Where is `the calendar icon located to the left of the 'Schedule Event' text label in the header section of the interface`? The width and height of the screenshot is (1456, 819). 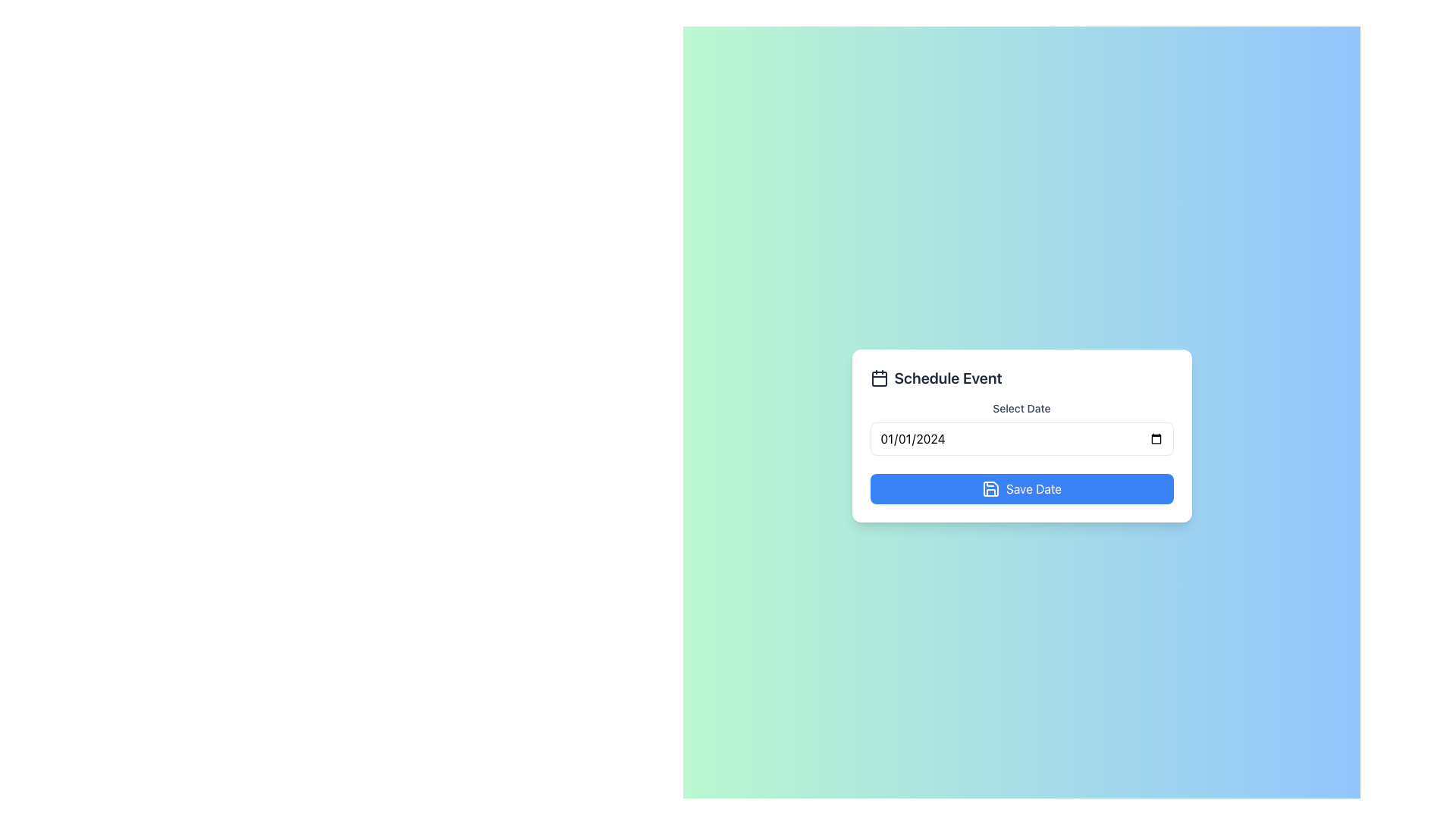
the calendar icon located to the left of the 'Schedule Event' text label in the header section of the interface is located at coordinates (879, 377).